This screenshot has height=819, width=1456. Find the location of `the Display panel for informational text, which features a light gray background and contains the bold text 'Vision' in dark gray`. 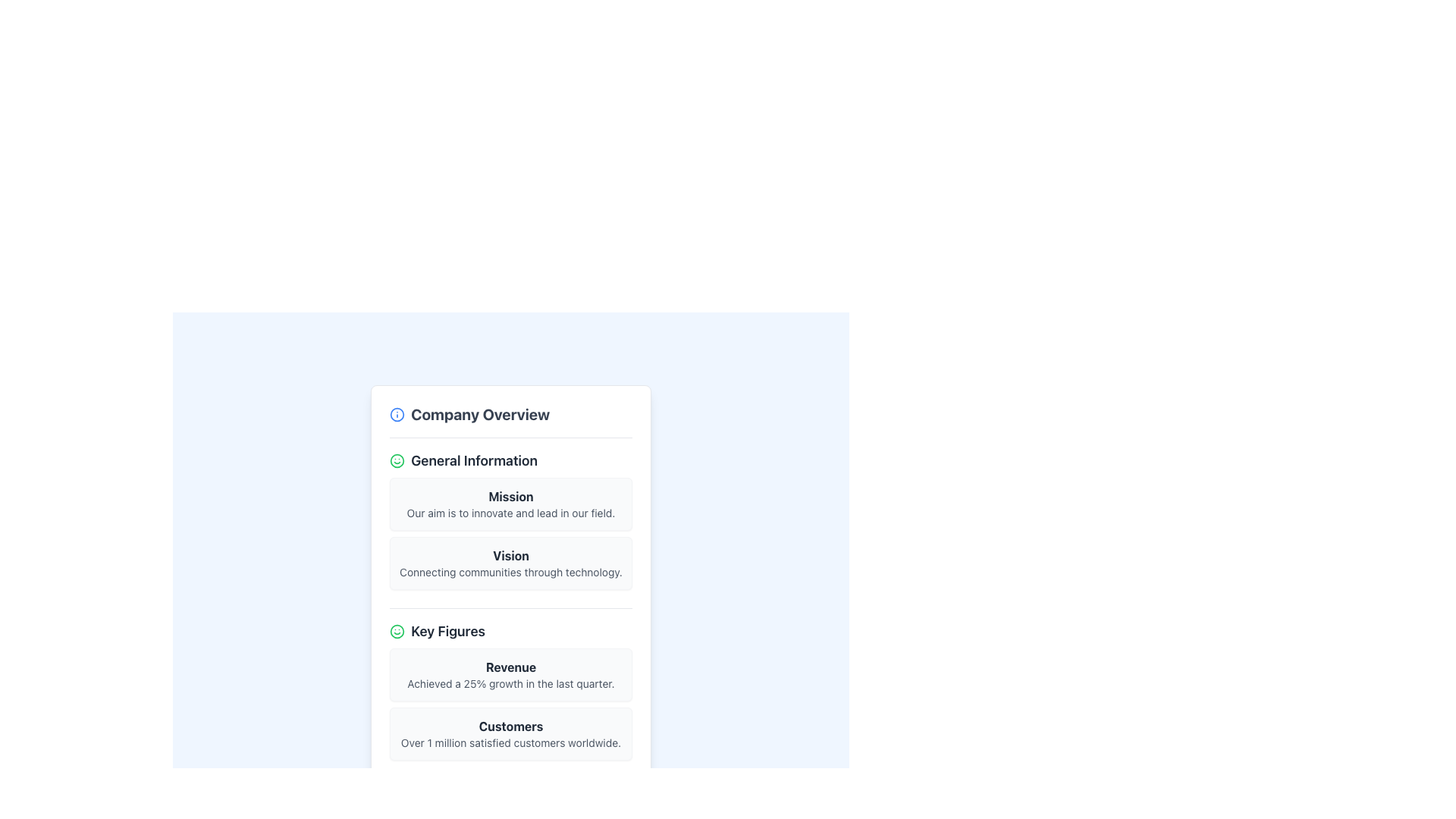

the Display panel for informational text, which features a light gray background and contains the bold text 'Vision' in dark gray is located at coordinates (510, 563).